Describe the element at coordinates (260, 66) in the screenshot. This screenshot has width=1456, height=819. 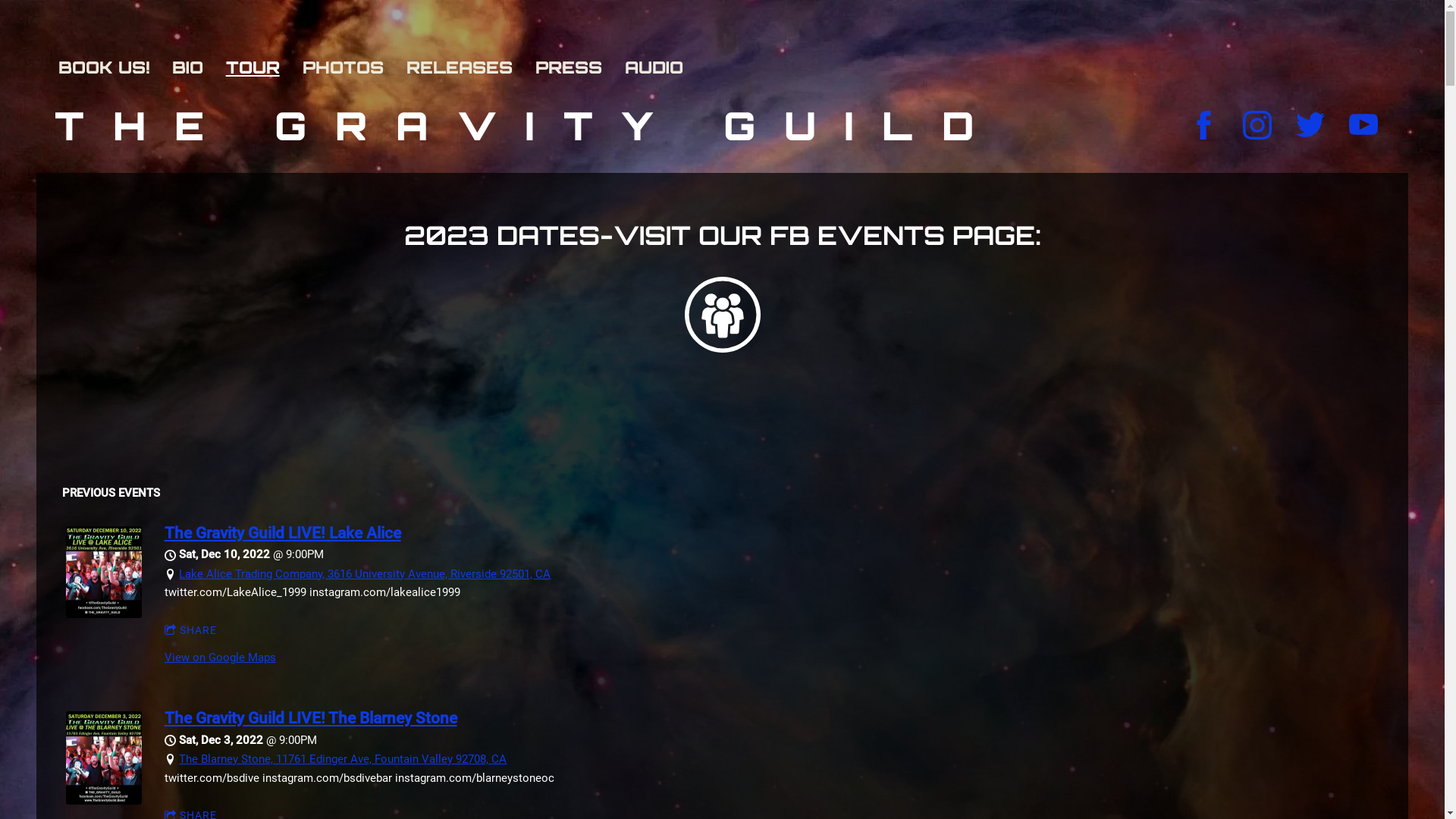
I see `'TOUR'` at that location.